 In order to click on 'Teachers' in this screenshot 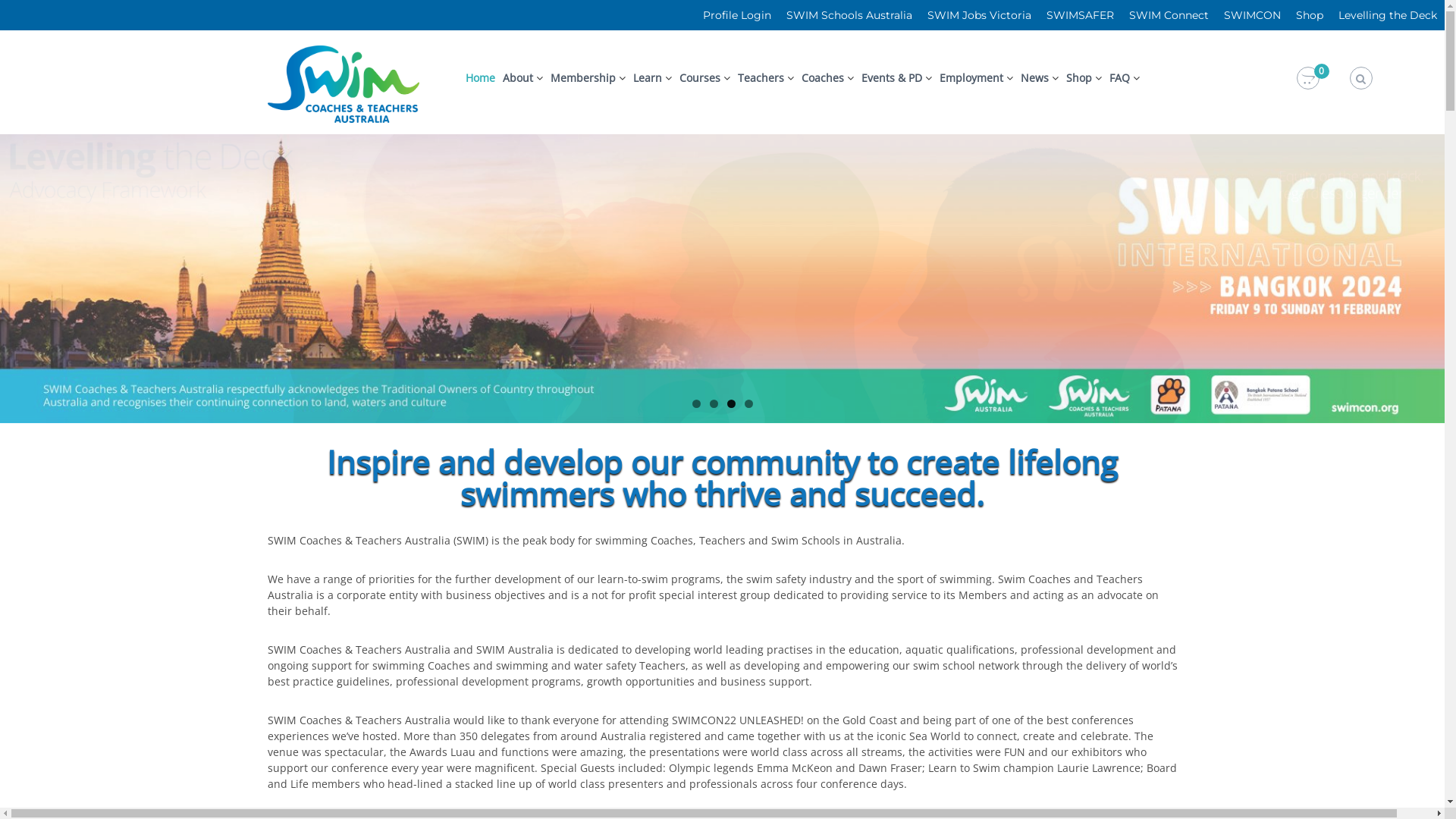, I will do `click(761, 77)`.